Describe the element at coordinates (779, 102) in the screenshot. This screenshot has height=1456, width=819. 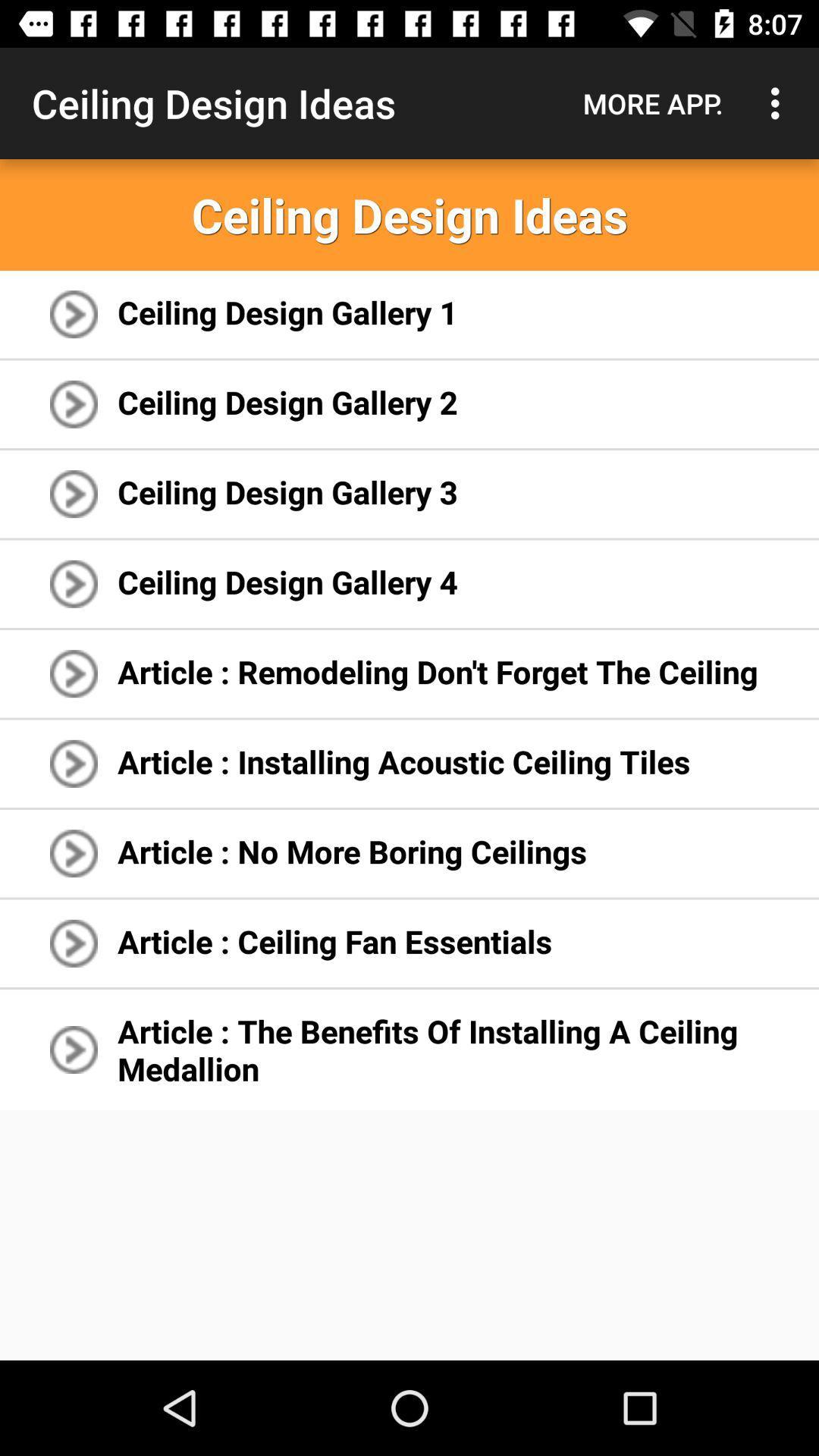
I see `icon above the ceiling design ideas app` at that location.